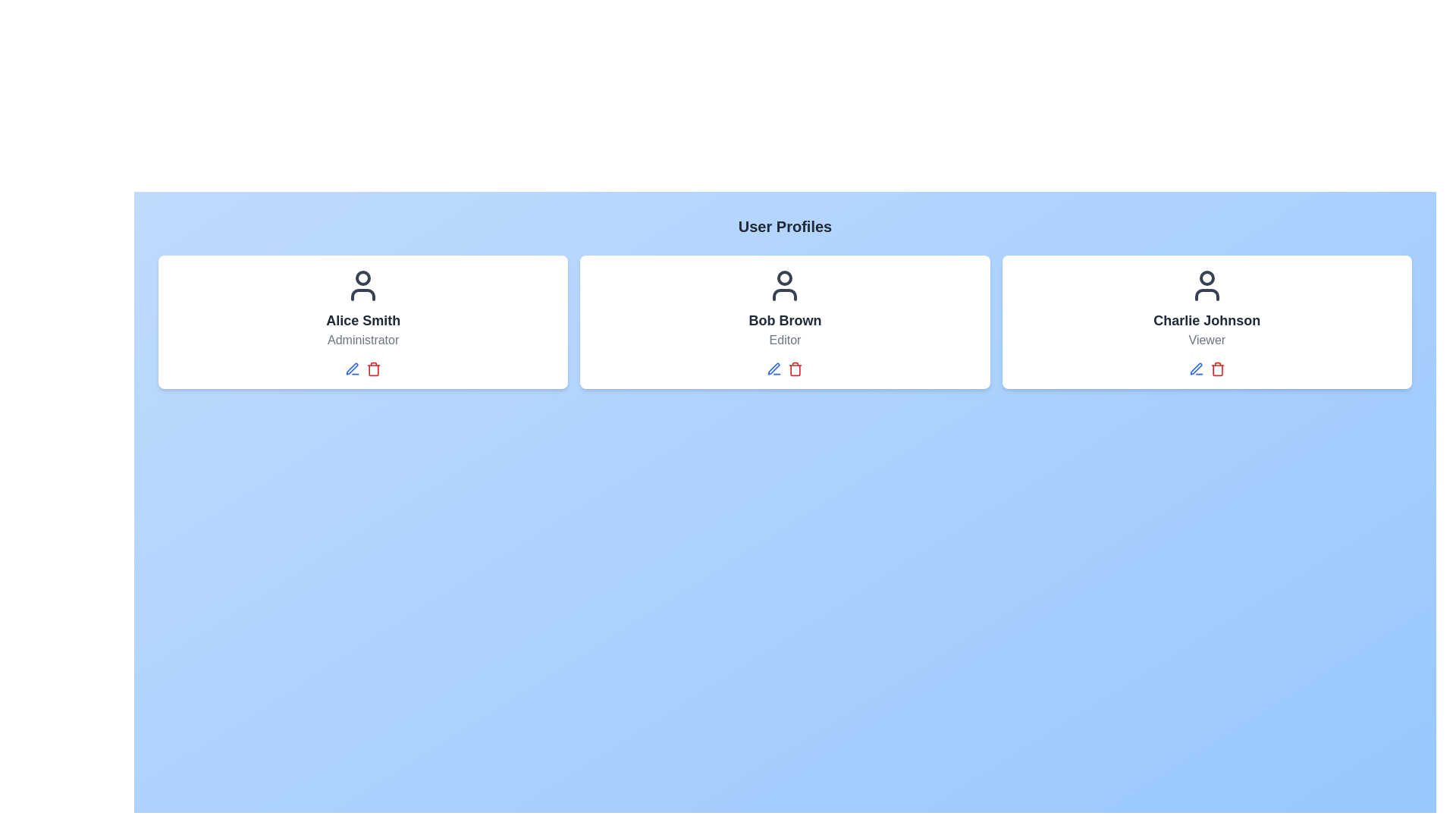 The width and height of the screenshot is (1456, 819). Describe the element at coordinates (1206, 320) in the screenshot. I see `text label displaying 'Charlie Johnson' which is styled in bold dark gray and positioned below a user icon and above the label 'Viewer' in the rightmost card of three horizontally-aligned cards` at that location.